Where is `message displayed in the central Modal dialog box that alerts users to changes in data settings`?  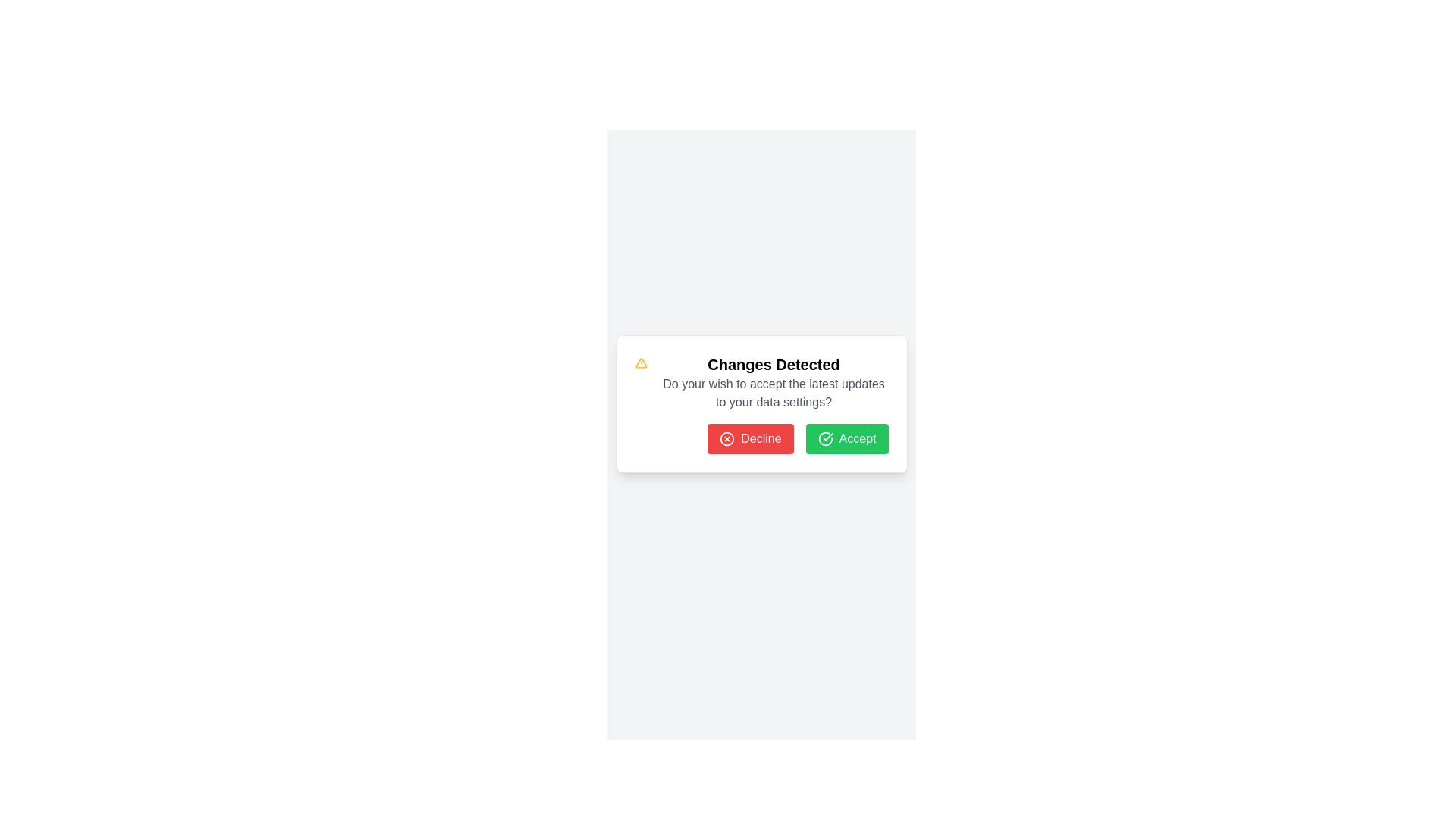 message displayed in the central Modal dialog box that alerts users to changes in data settings is located at coordinates (761, 403).